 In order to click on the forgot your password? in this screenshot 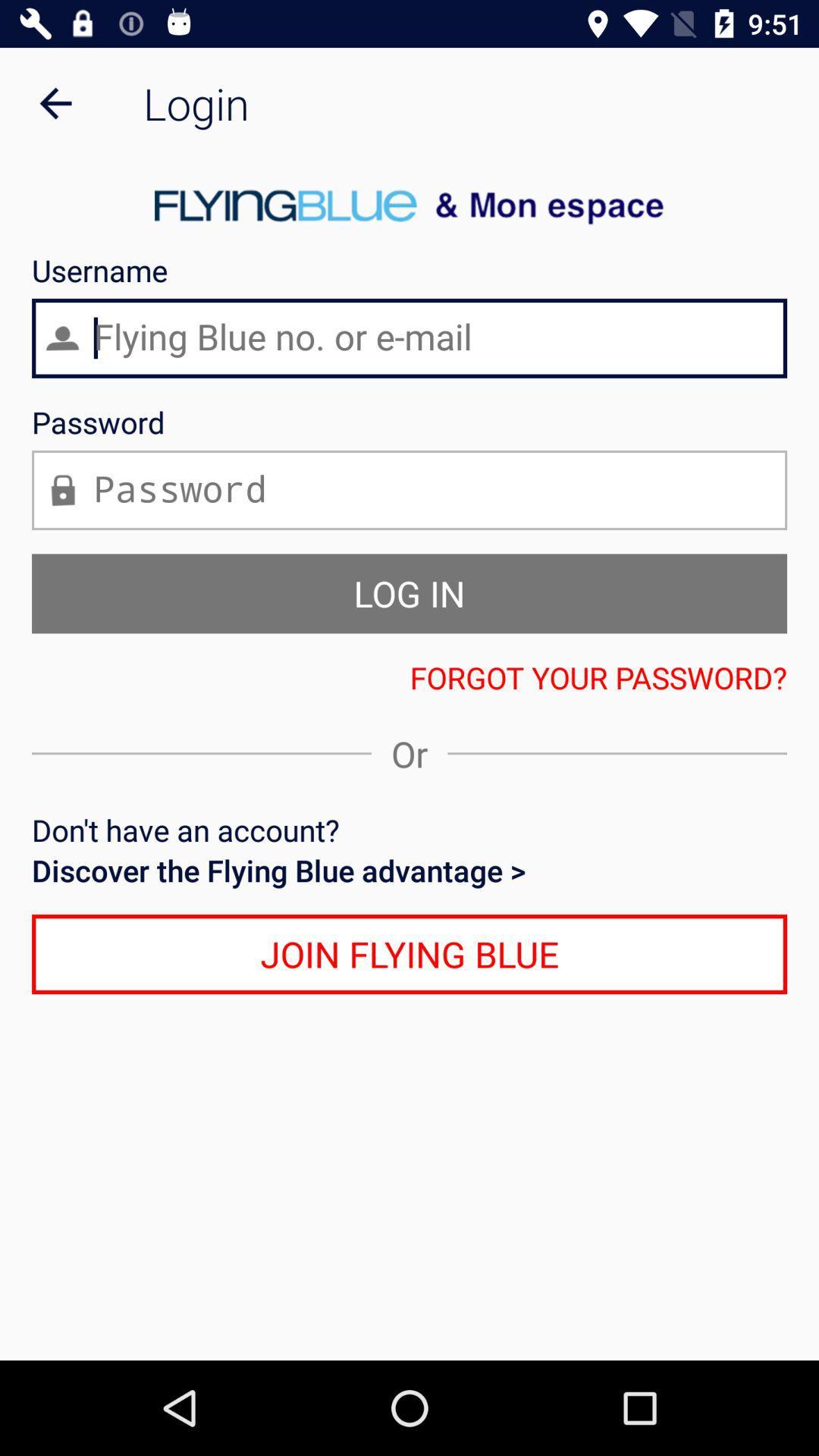, I will do `click(409, 676)`.